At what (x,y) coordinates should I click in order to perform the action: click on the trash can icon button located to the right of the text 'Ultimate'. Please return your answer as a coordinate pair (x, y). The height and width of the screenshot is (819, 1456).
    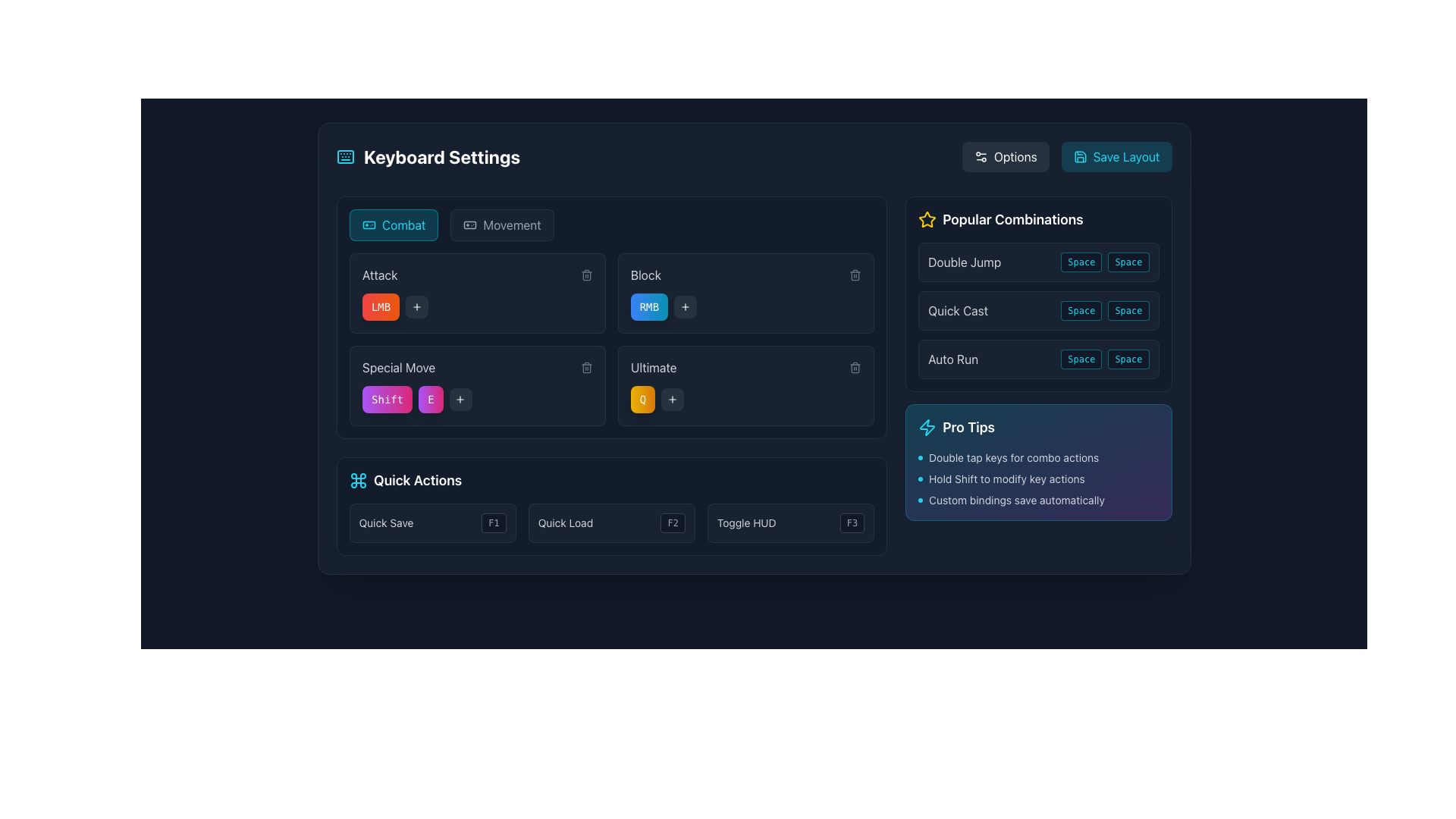
    Looking at the image, I should click on (855, 368).